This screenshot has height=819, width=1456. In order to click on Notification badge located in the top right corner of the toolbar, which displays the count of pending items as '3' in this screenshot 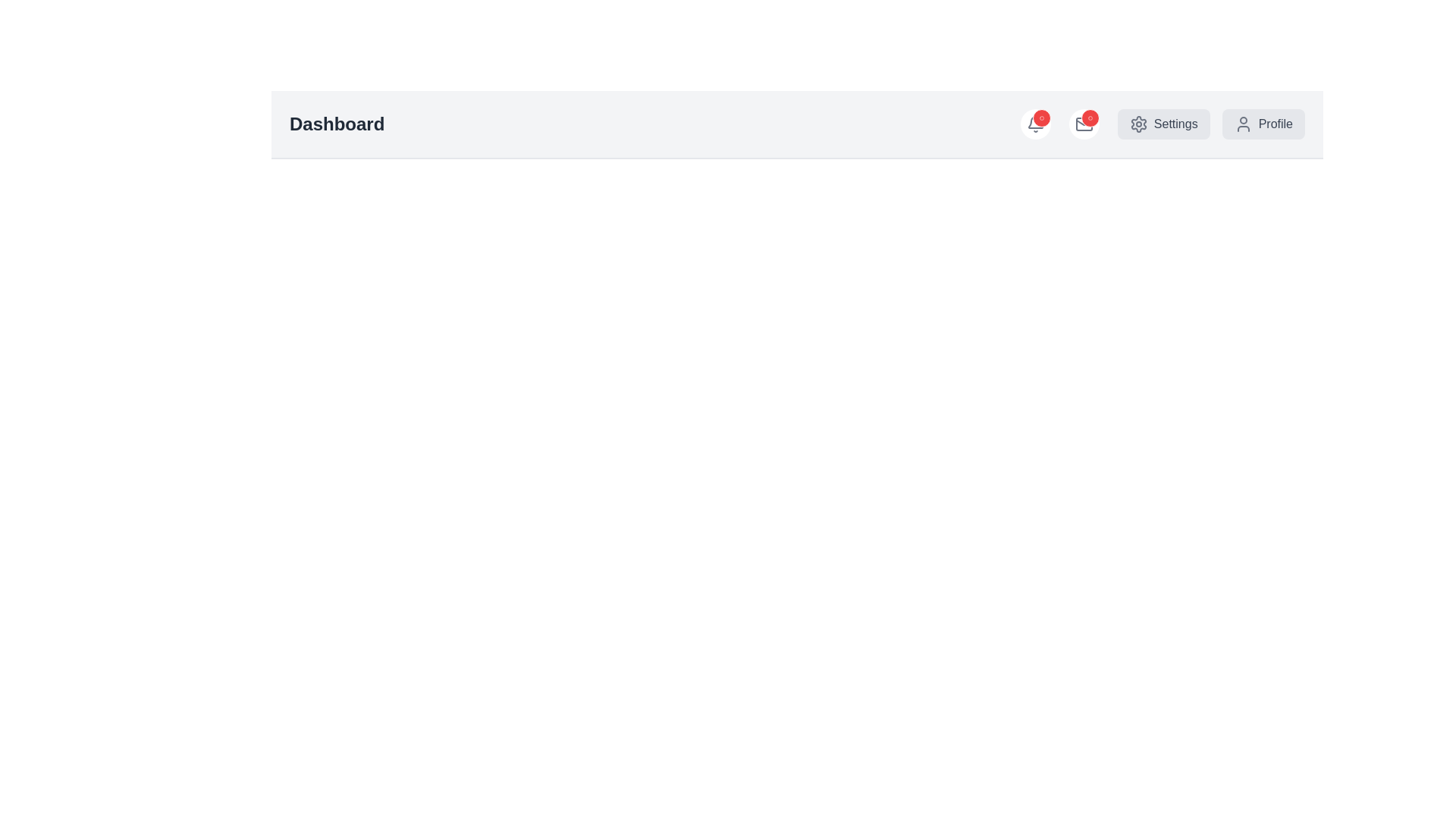, I will do `click(1040, 117)`.